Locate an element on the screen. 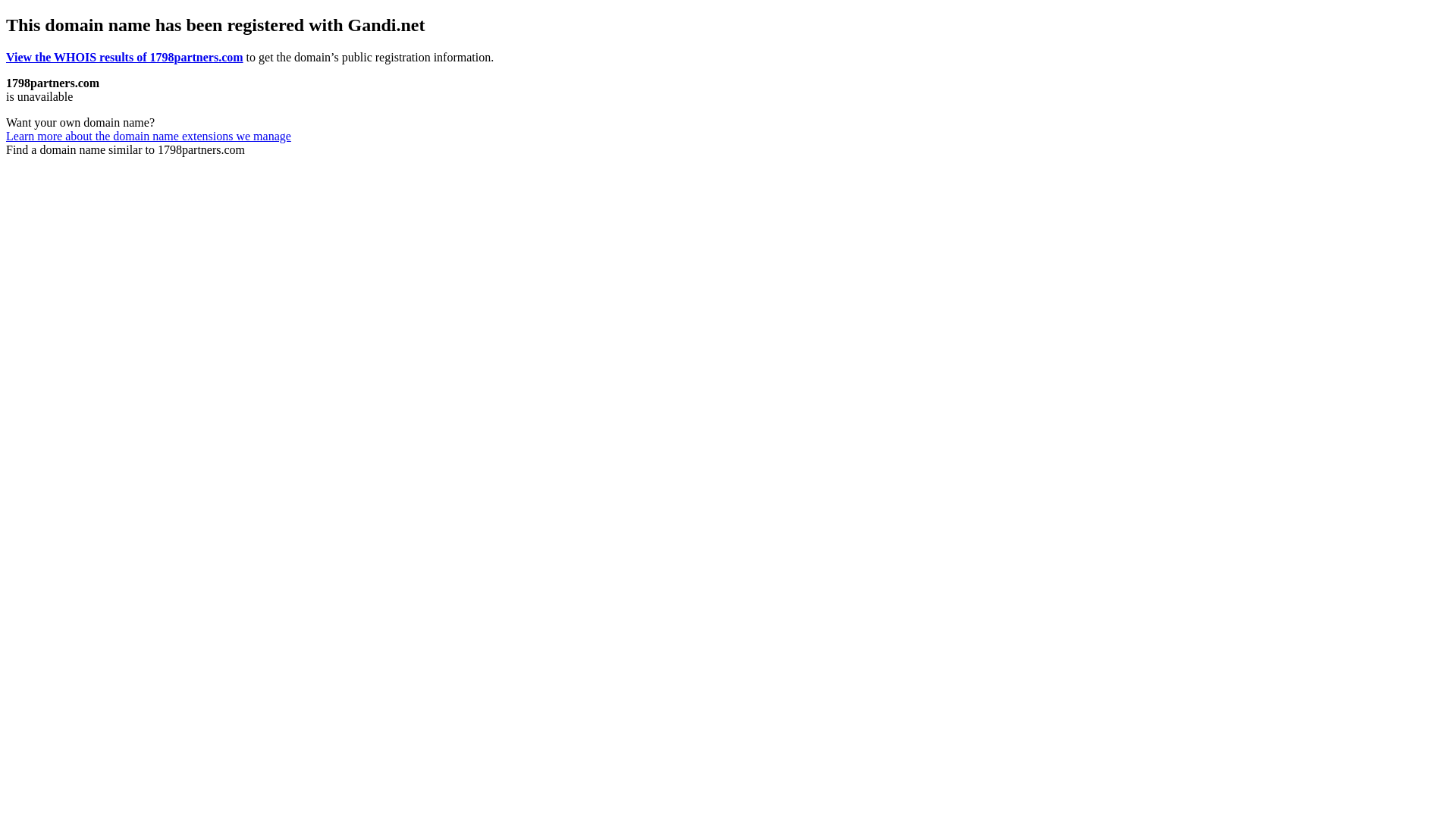 This screenshot has height=819, width=1456. 'Find a domain name similar to 1798partners.com' is located at coordinates (125, 149).